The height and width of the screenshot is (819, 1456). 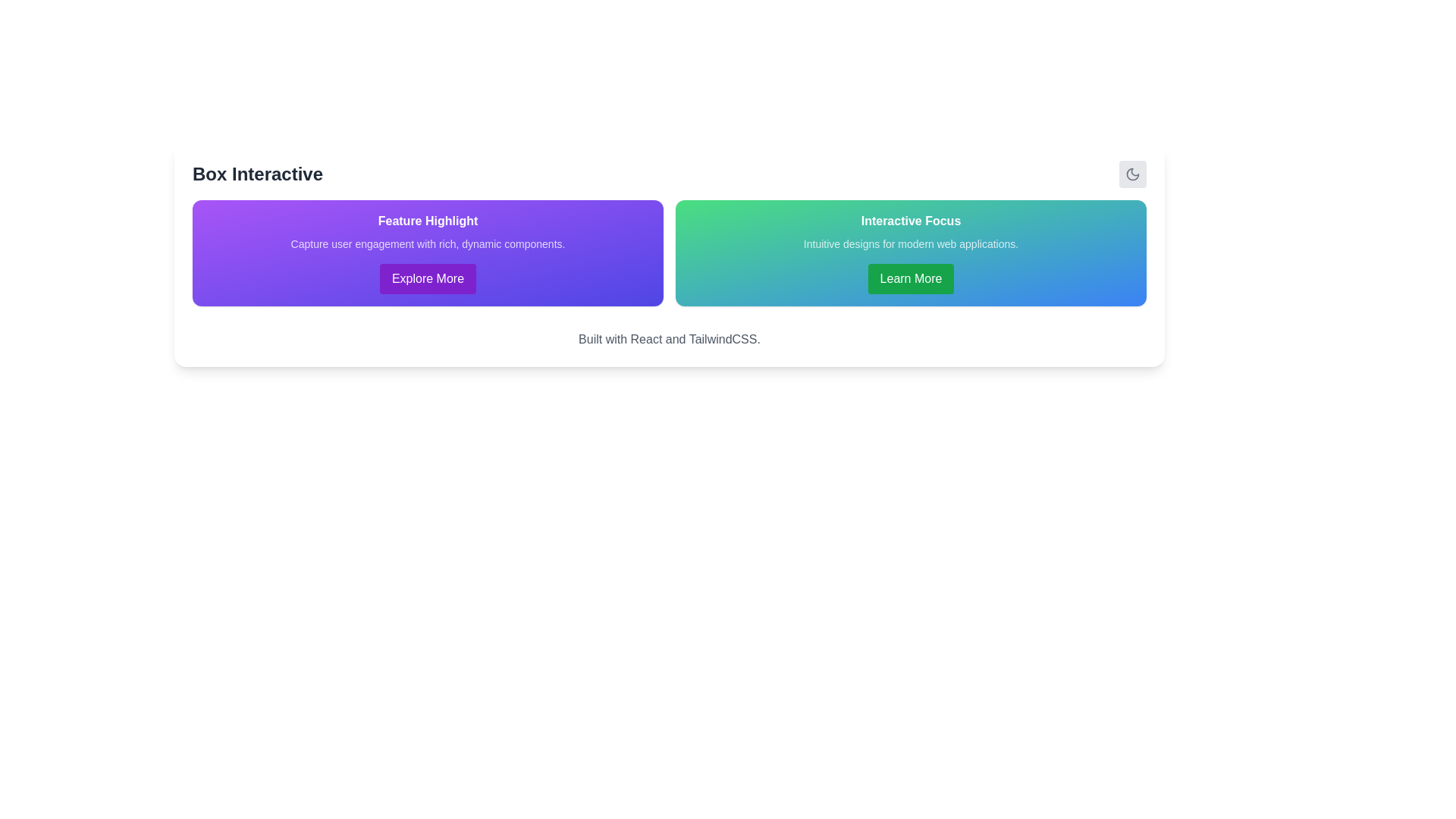 What do you see at coordinates (910, 278) in the screenshot?
I see `the button that provides additional information related to 'Interactive Focus'` at bounding box center [910, 278].